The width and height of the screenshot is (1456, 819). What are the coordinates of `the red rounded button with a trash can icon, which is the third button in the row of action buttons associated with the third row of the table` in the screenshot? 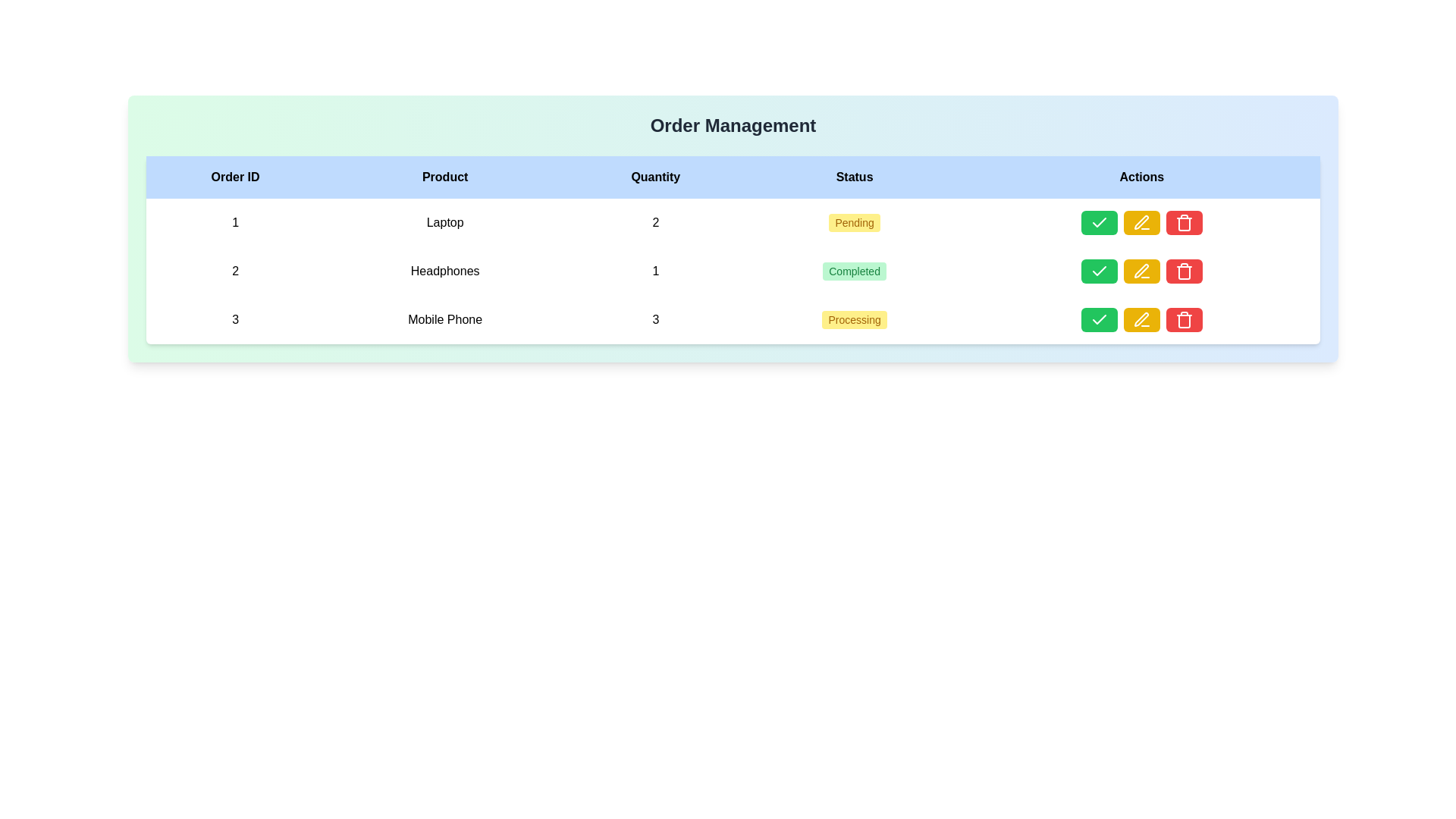 It's located at (1183, 271).